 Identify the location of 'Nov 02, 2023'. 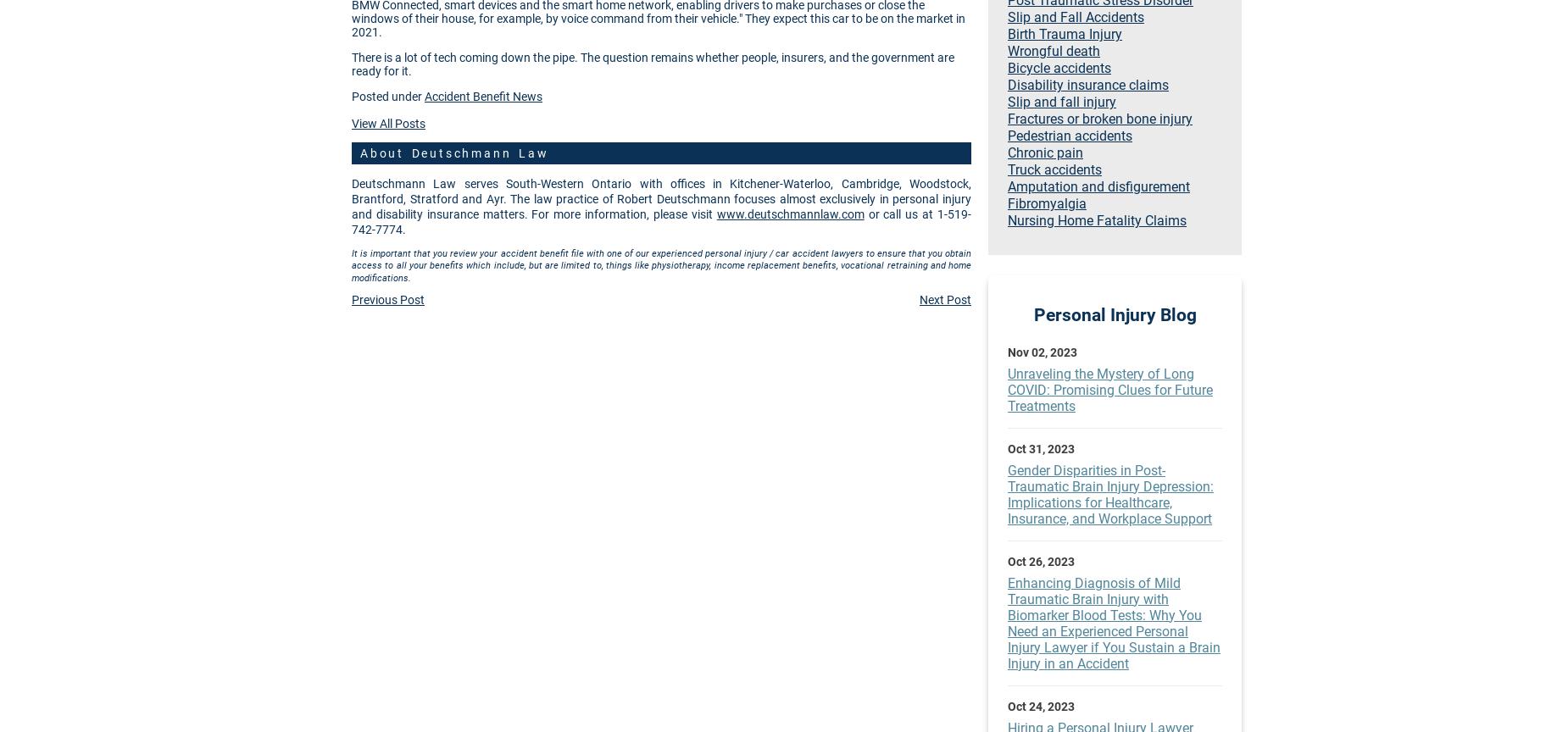
(1006, 350).